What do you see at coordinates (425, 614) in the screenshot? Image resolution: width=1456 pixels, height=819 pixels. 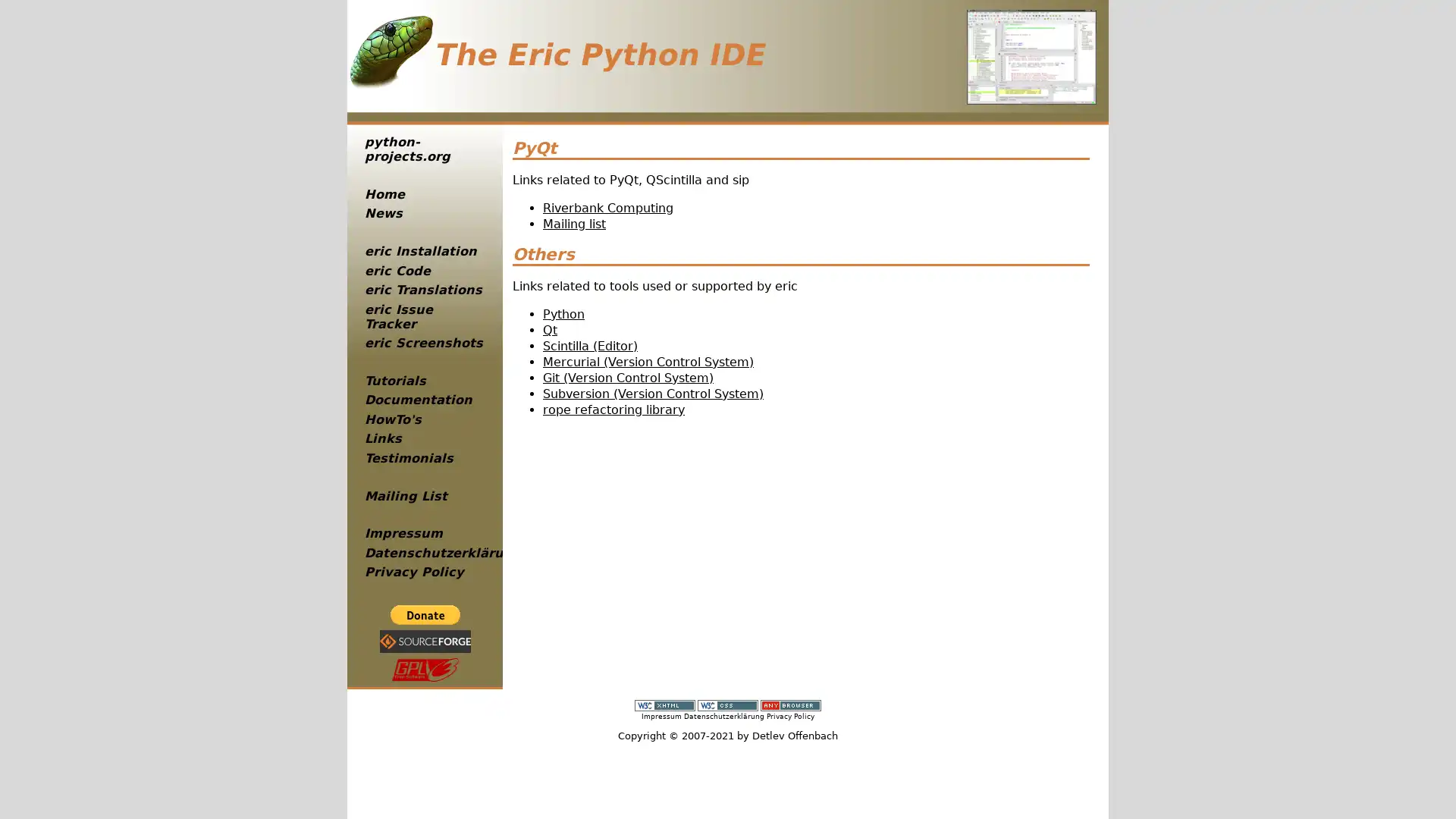 I see `PayPal - The safer, easier way to pay online!` at bounding box center [425, 614].